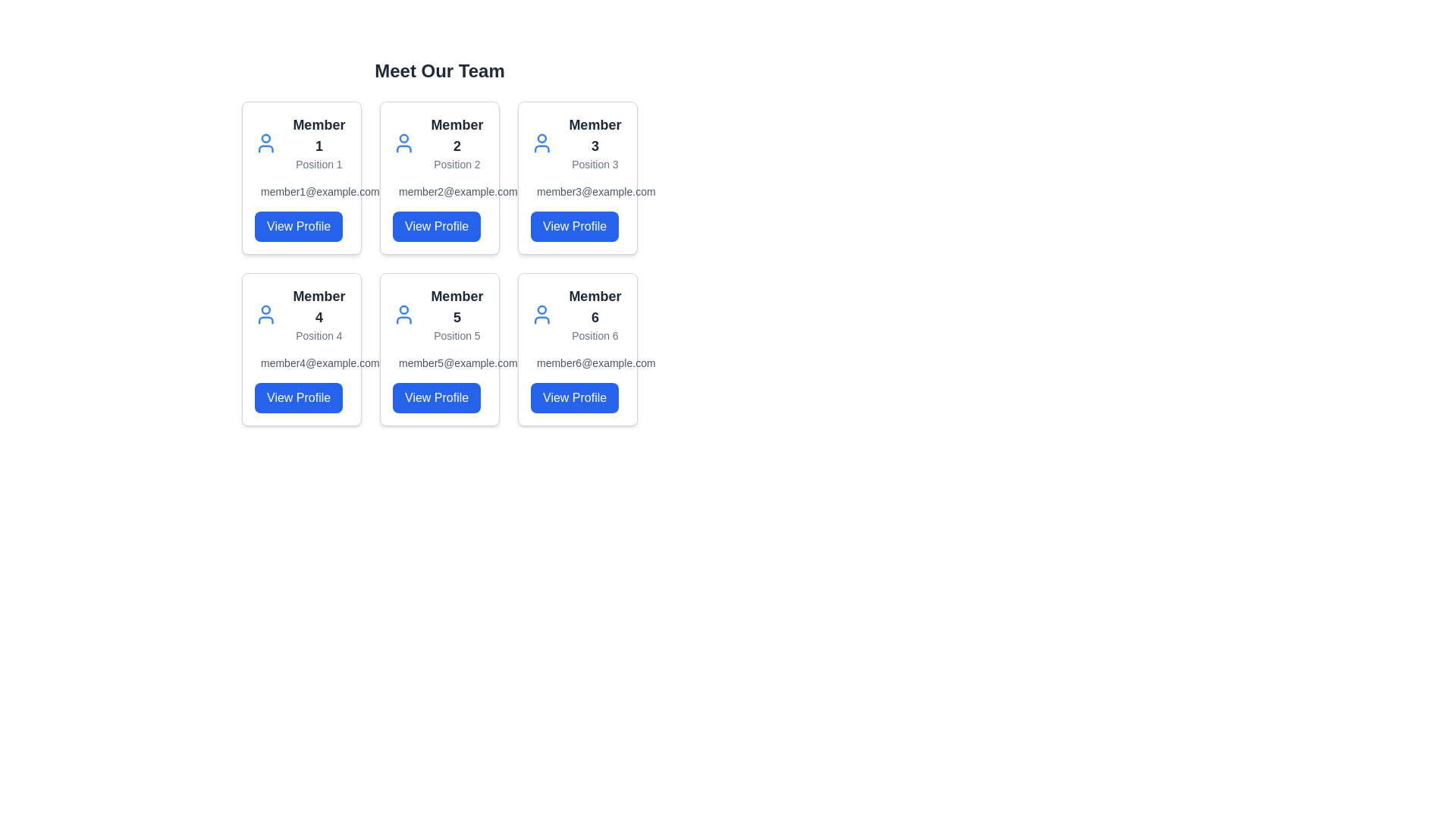  I want to click on the heading text element that serves as a title for the section listing team members, positioned at the top center of the layout, so click(439, 71).